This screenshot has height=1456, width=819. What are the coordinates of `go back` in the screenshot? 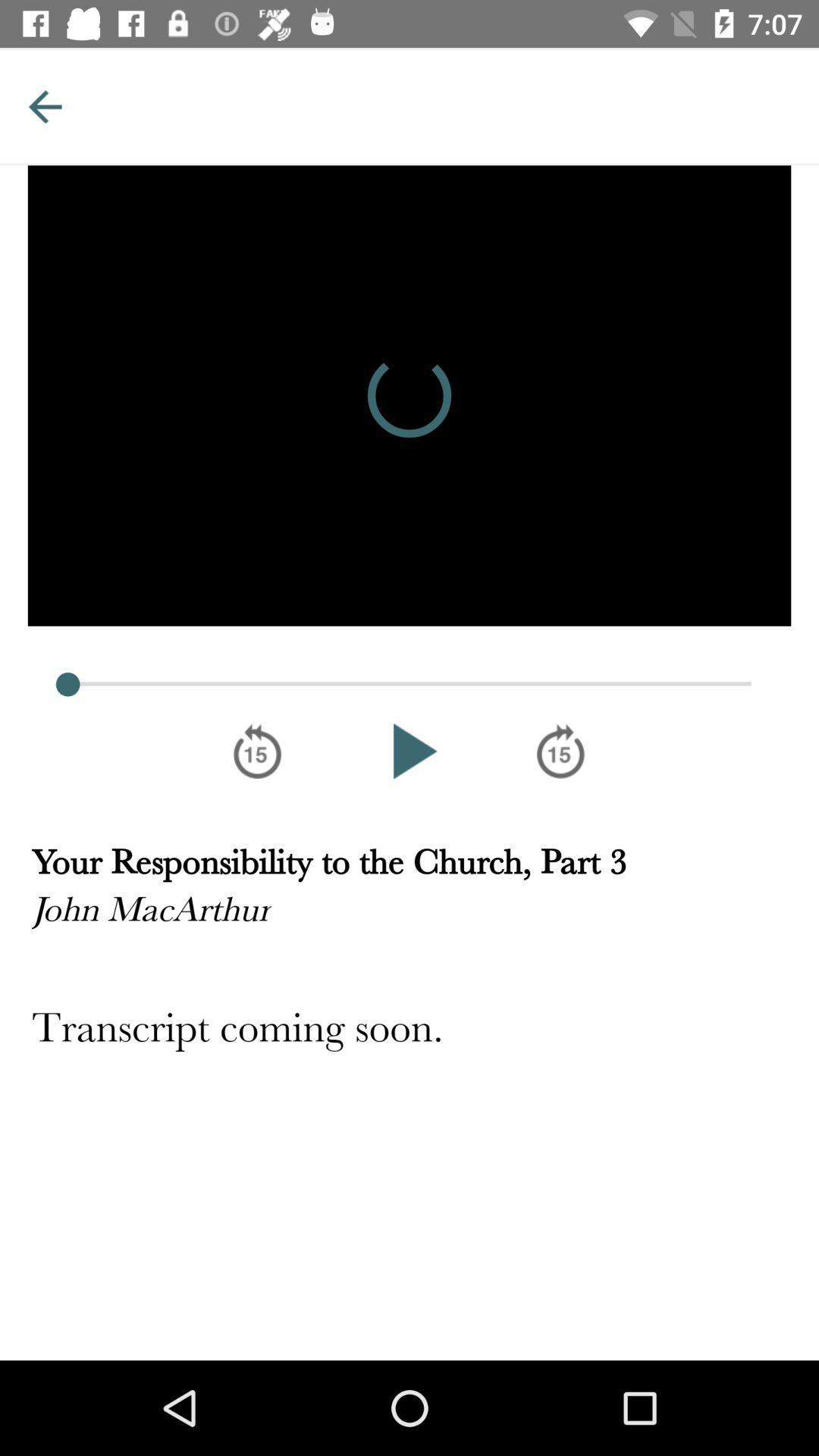 It's located at (44, 105).